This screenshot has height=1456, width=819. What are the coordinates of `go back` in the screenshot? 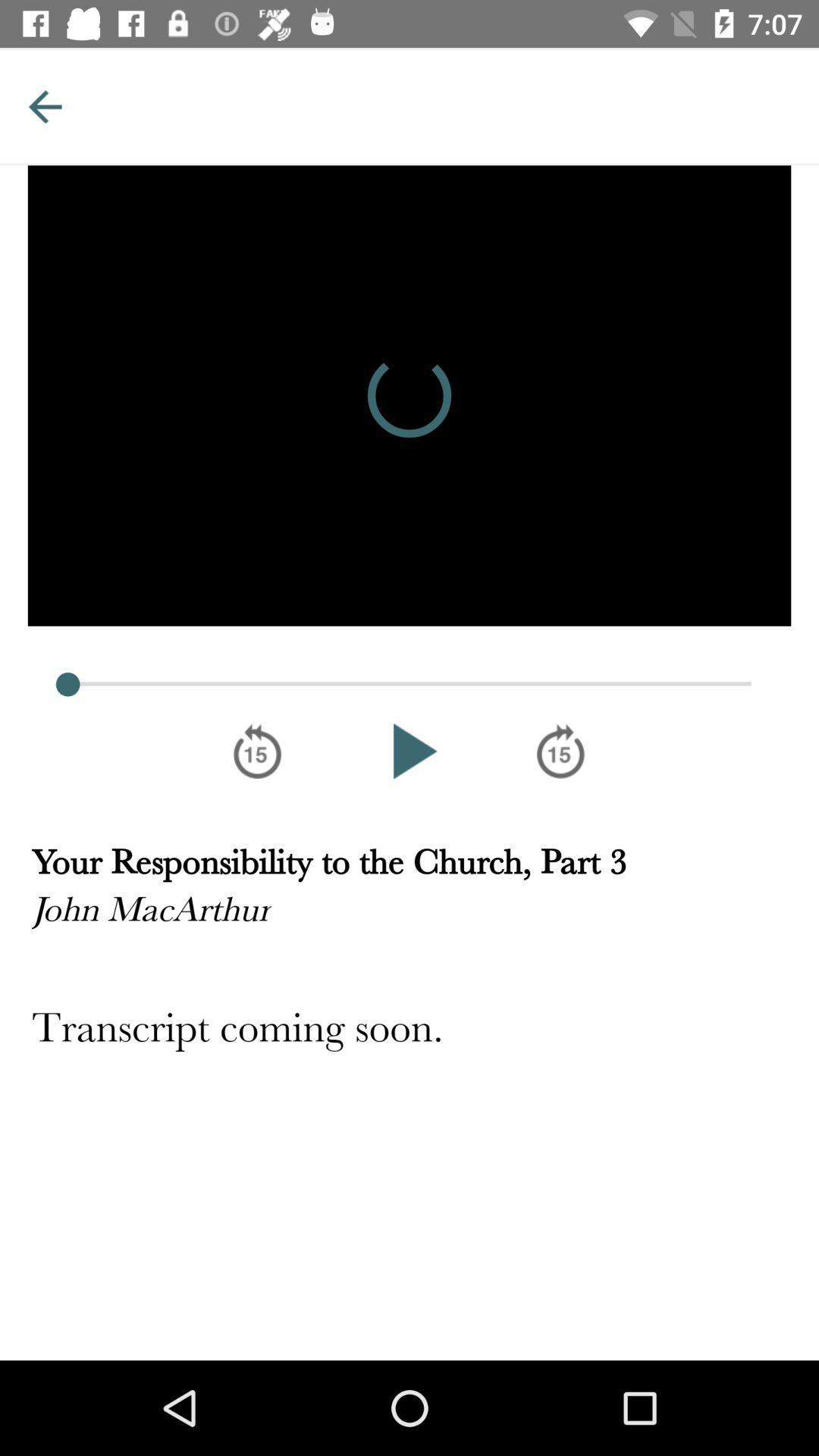 It's located at (44, 105).